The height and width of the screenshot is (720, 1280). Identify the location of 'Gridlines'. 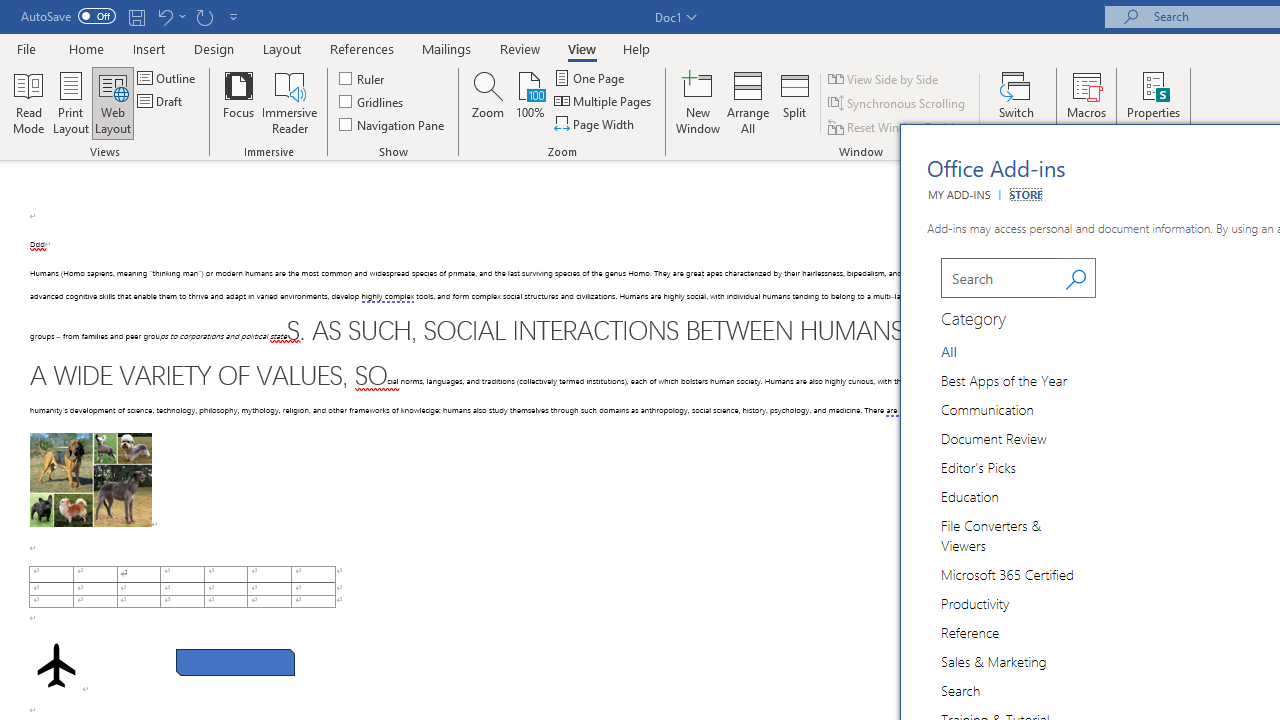
(372, 101).